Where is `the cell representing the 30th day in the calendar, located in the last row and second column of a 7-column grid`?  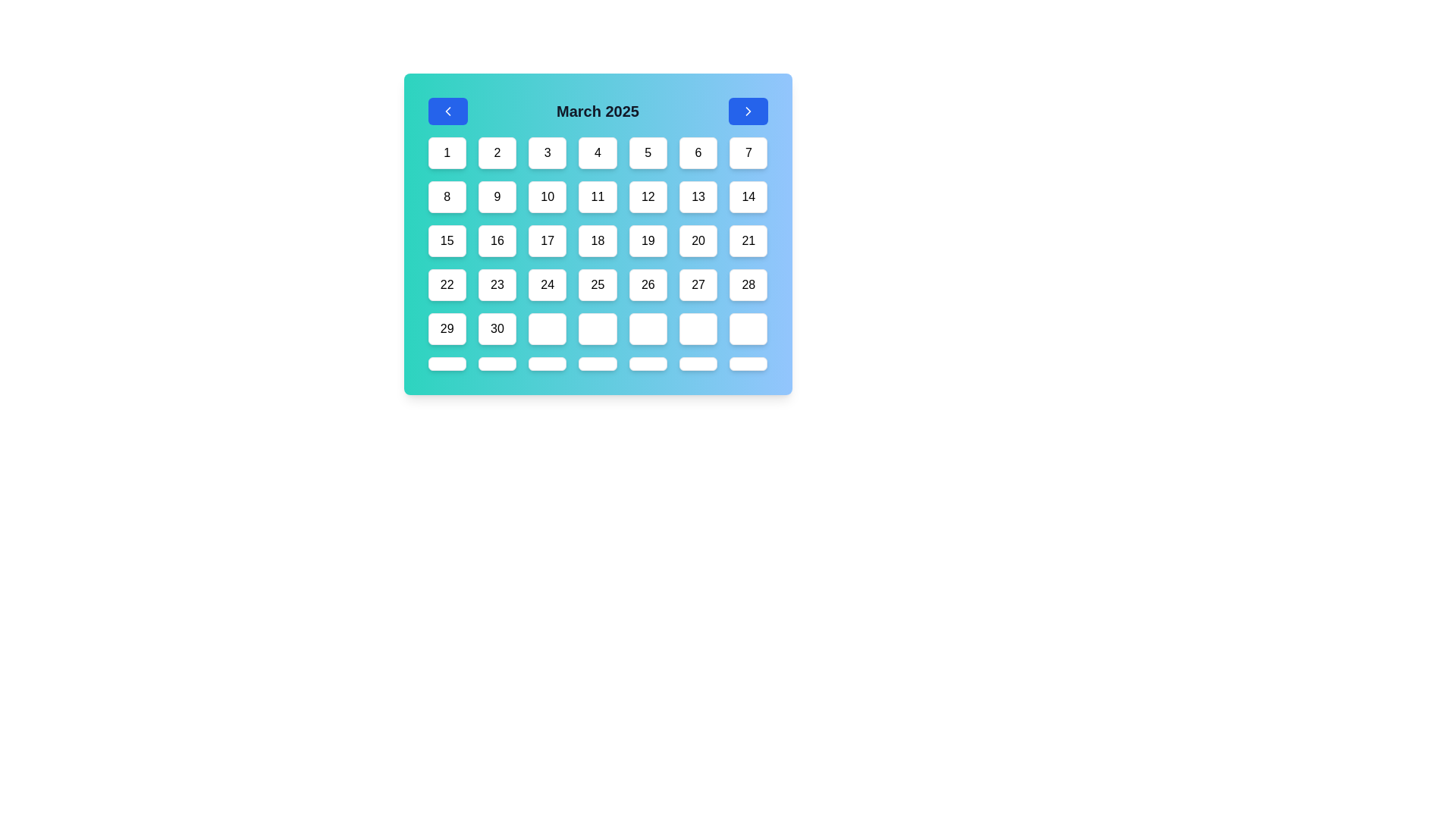
the cell representing the 30th day in the calendar, located in the last row and second column of a 7-column grid is located at coordinates (497, 328).